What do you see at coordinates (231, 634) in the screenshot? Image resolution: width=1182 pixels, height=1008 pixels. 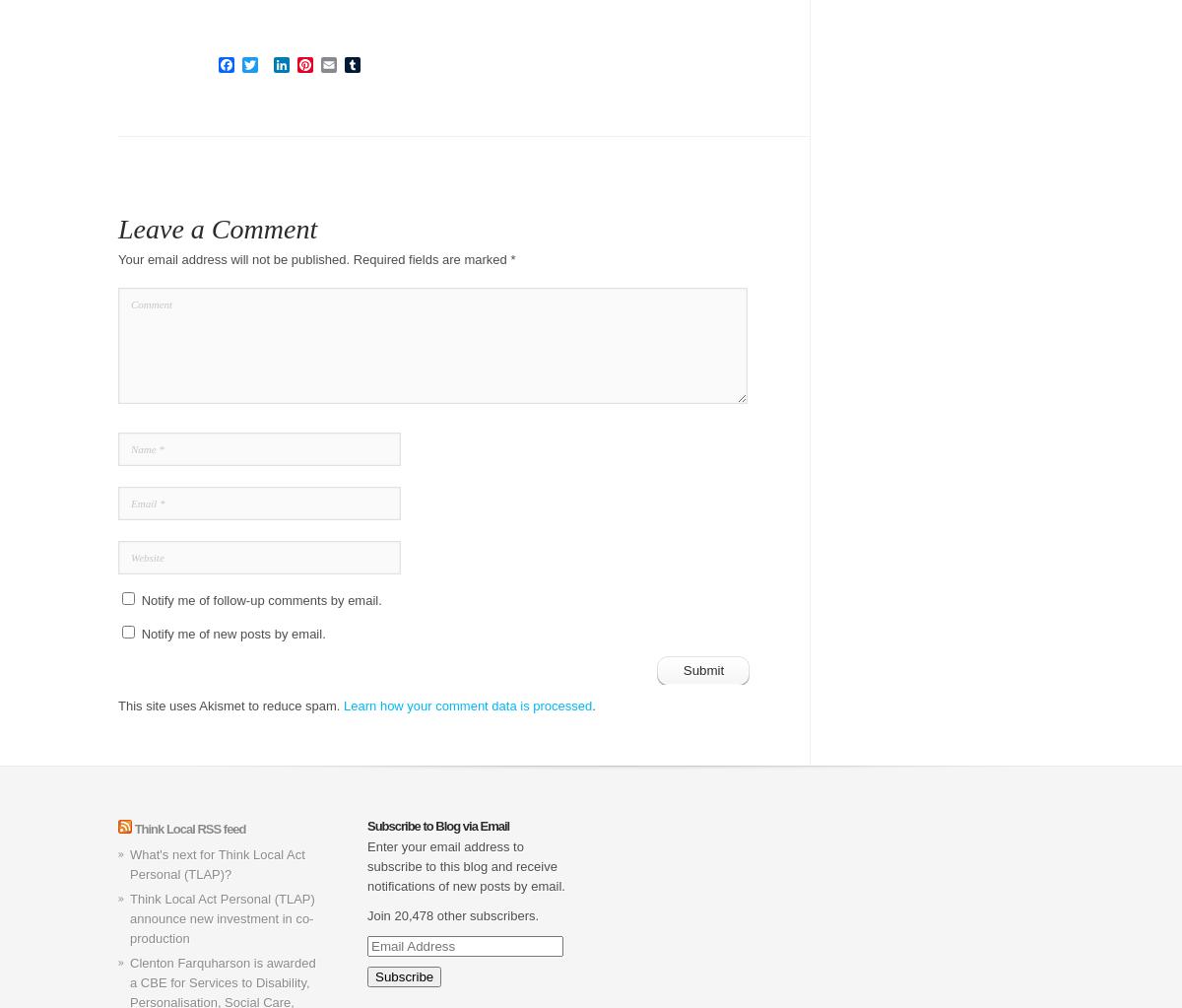 I see `'Notify me of new posts by email.'` at bounding box center [231, 634].